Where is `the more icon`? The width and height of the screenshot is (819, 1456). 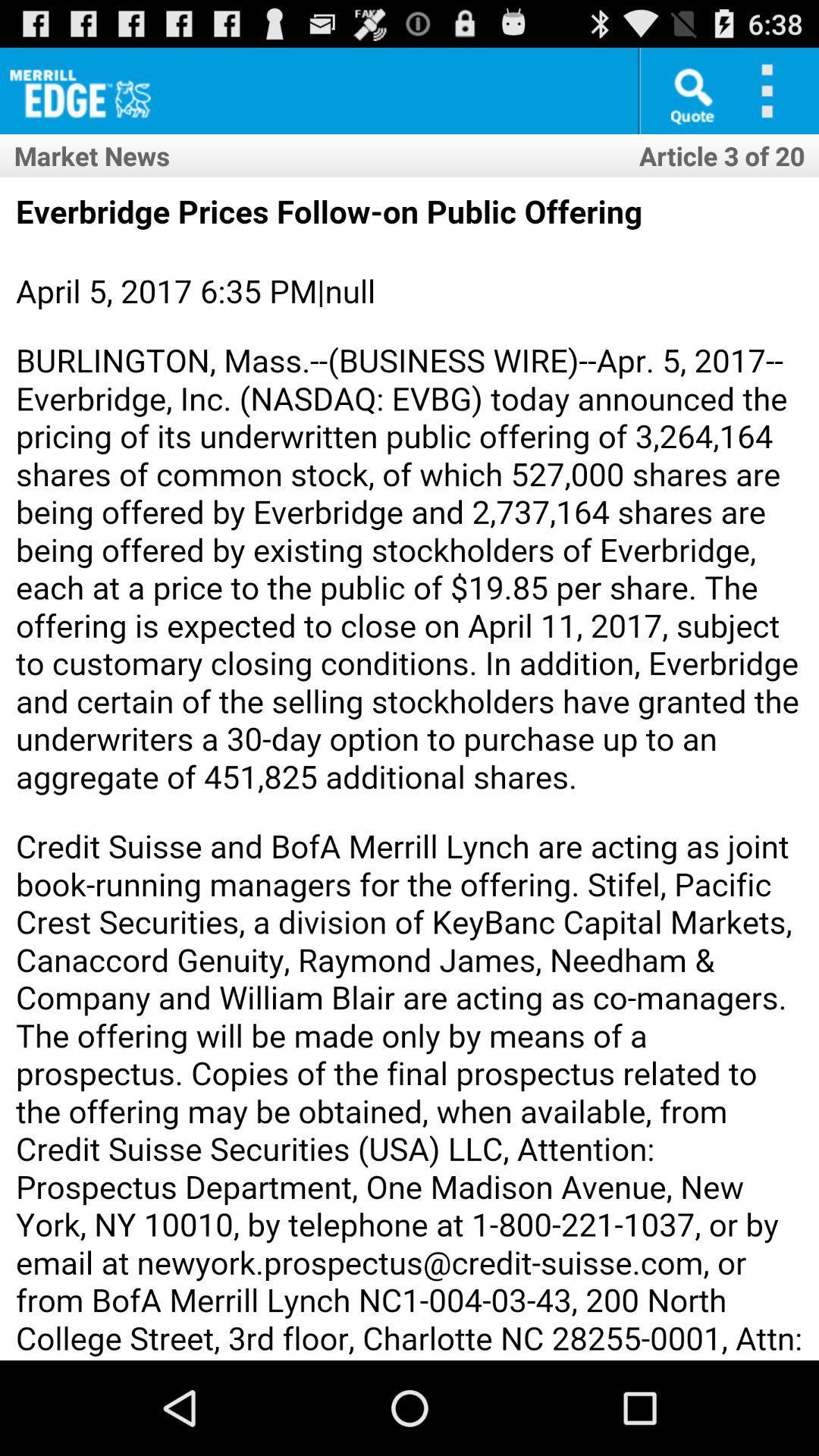 the more icon is located at coordinates (772, 96).